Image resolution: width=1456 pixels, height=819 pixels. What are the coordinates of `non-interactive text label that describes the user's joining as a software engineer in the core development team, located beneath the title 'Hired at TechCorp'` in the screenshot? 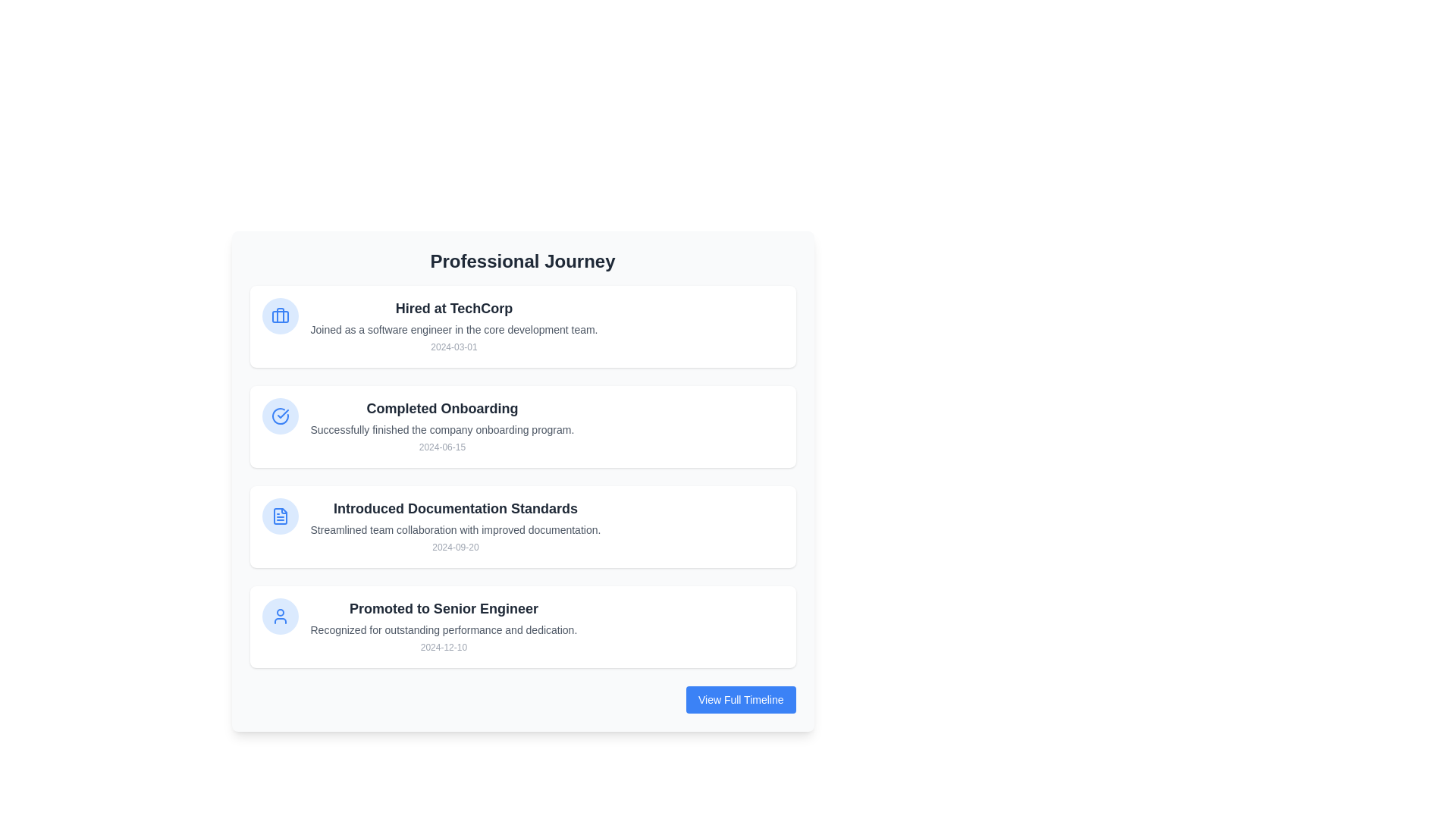 It's located at (453, 329).